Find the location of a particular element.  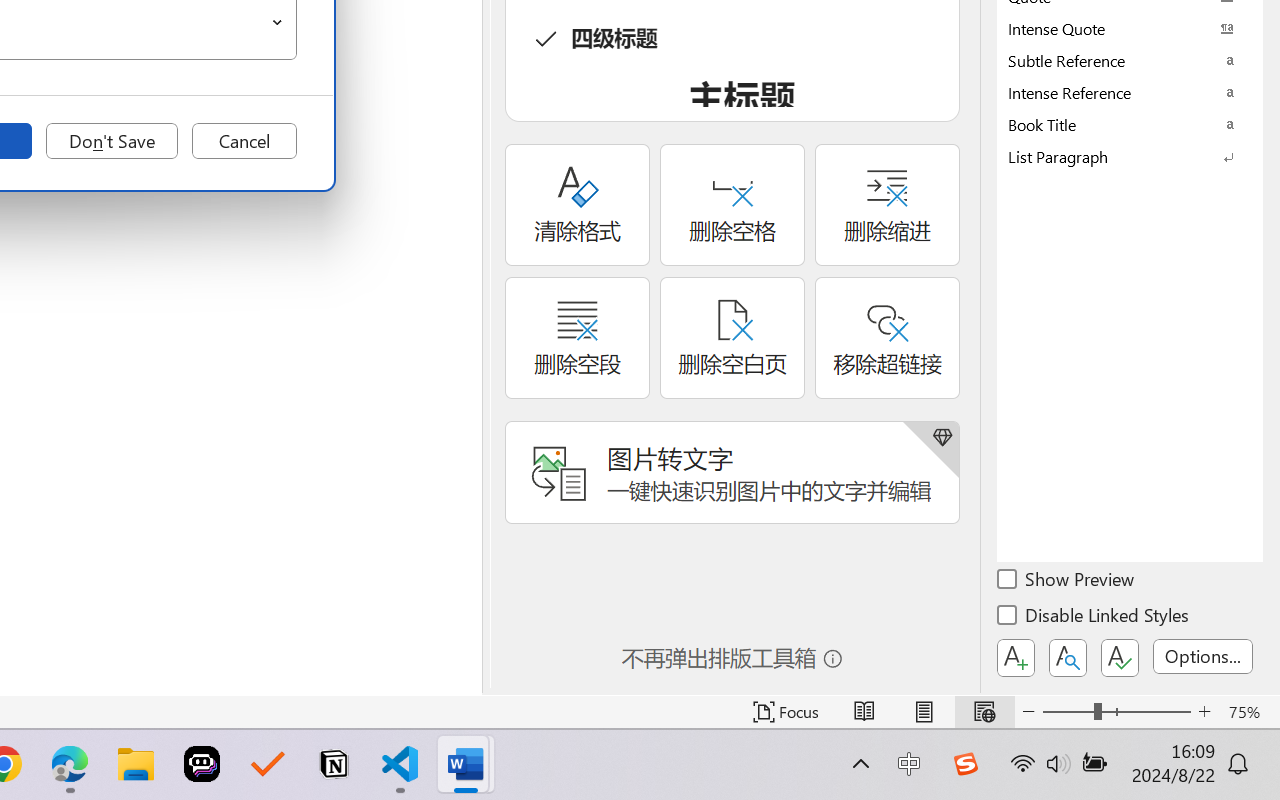

'Intense Reference' is located at coordinates (1130, 92).